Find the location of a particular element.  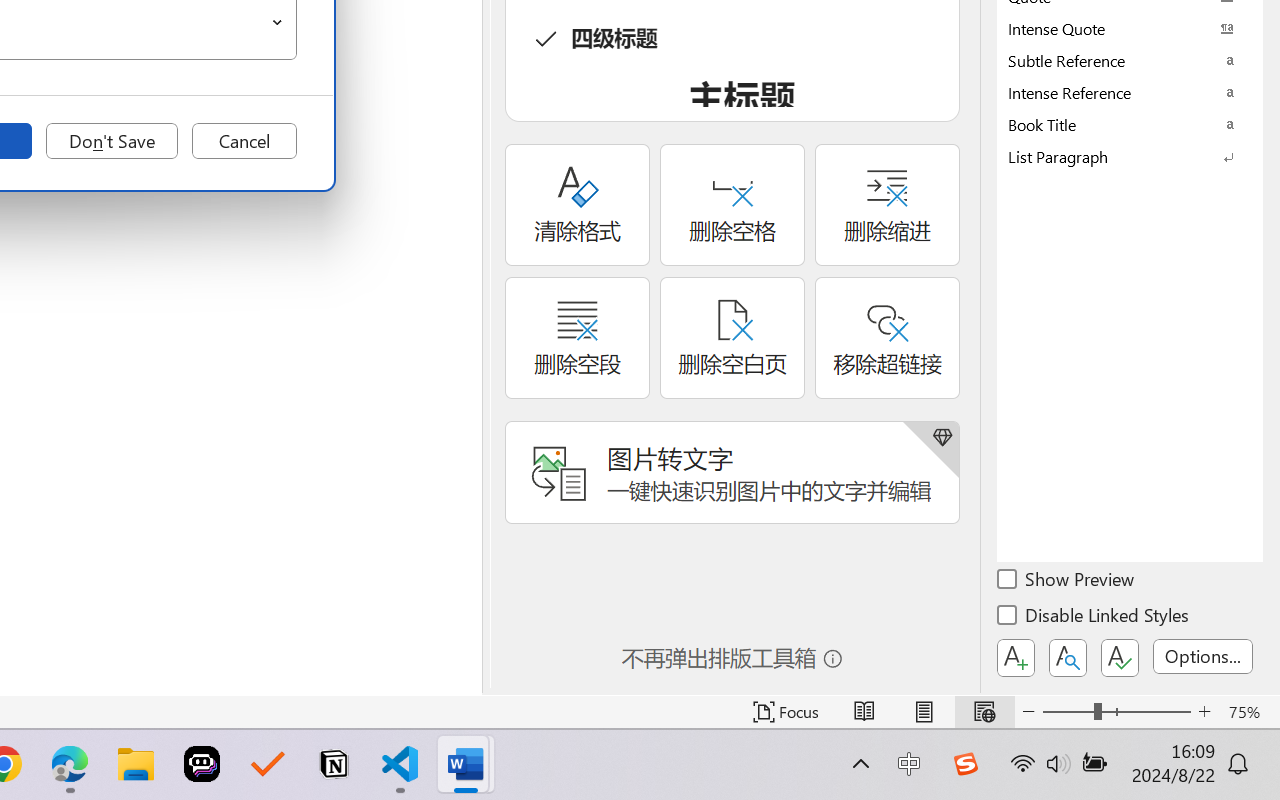

'Intense Reference' is located at coordinates (1130, 92).